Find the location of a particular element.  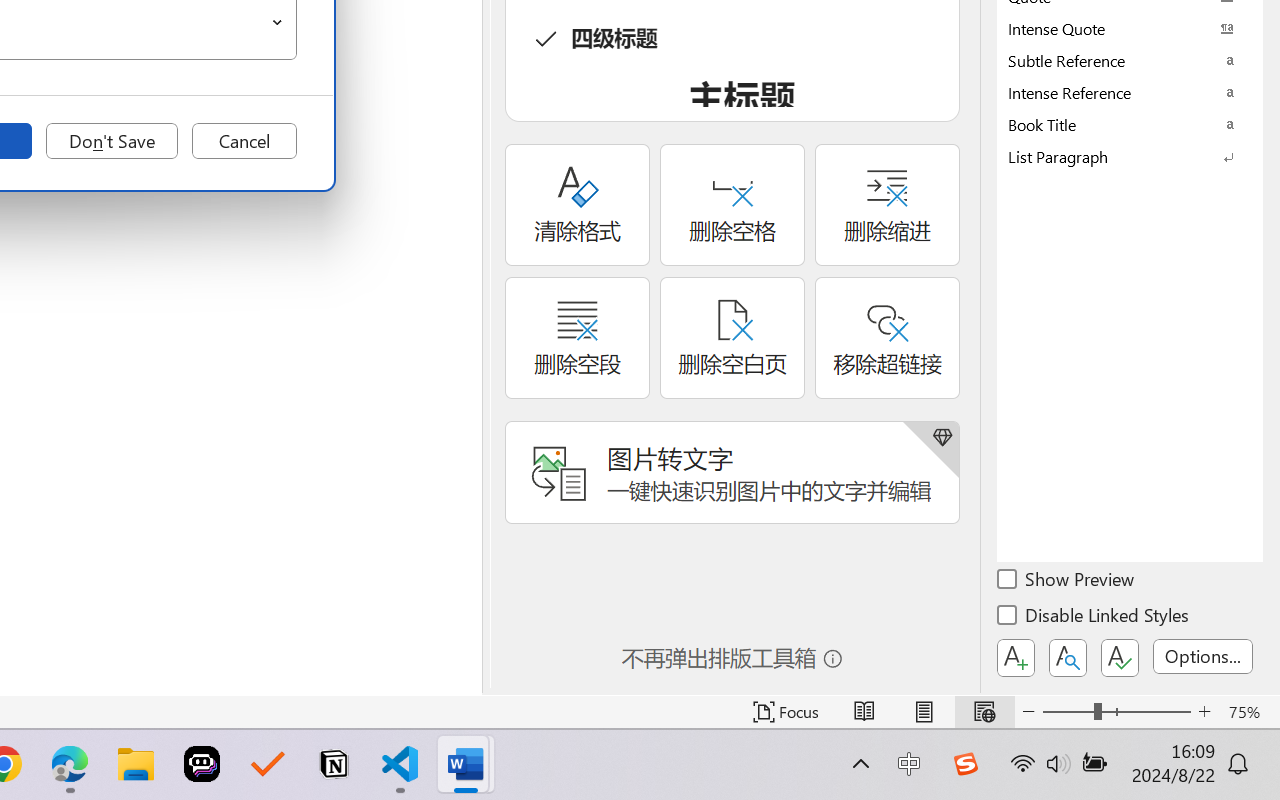

'Intense Reference' is located at coordinates (1130, 92).